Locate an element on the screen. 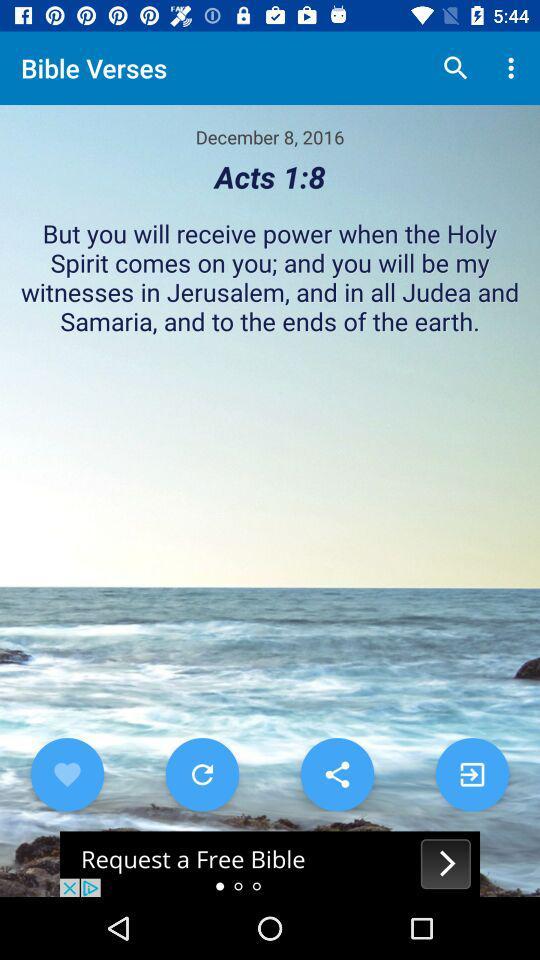  the favorite icon is located at coordinates (67, 773).